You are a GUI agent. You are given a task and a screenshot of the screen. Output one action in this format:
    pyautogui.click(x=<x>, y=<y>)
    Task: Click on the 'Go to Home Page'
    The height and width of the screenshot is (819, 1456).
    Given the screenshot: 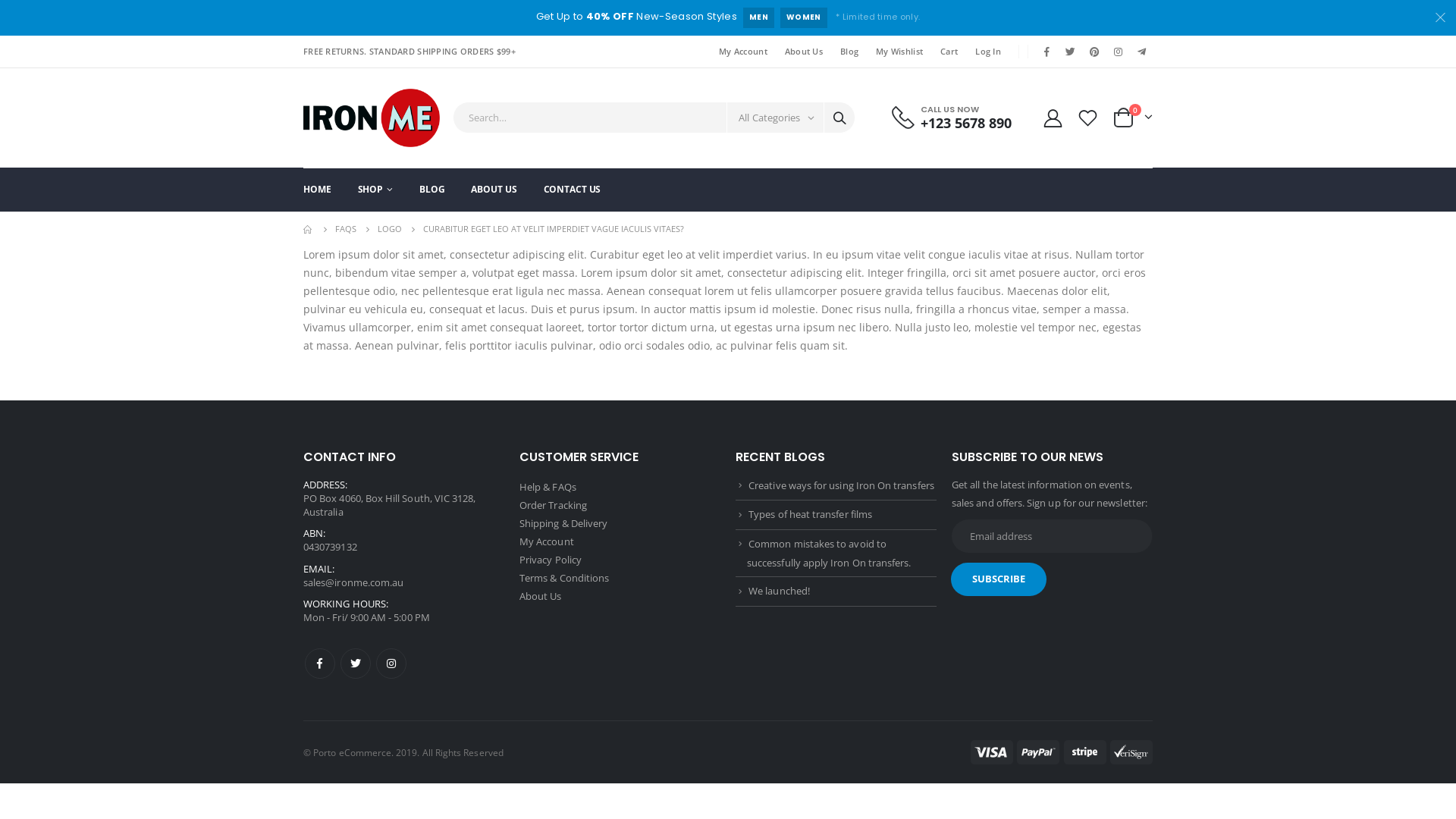 What is the action you would take?
    pyautogui.click(x=308, y=228)
    